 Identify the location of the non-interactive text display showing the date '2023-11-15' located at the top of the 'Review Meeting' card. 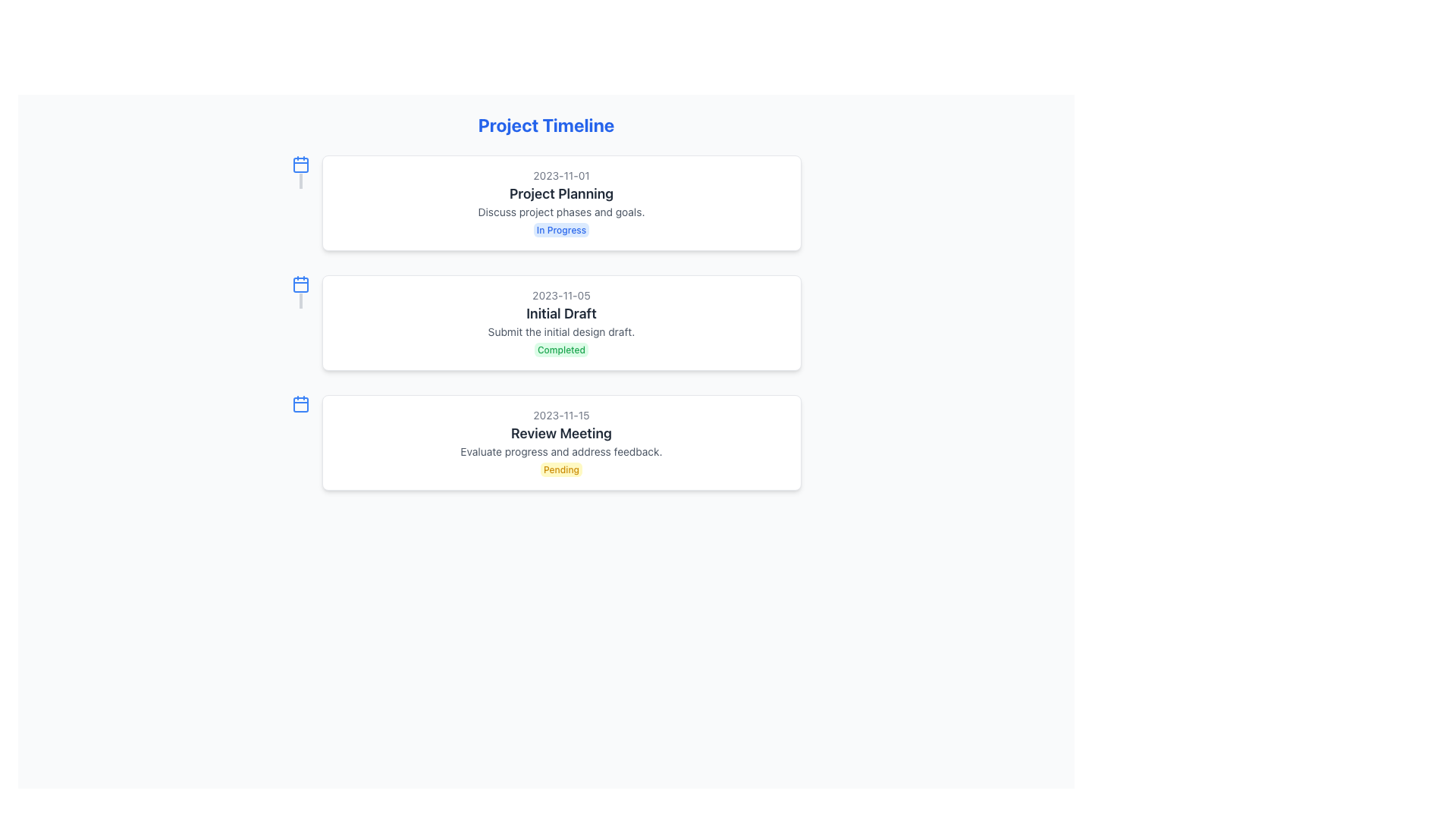
(560, 415).